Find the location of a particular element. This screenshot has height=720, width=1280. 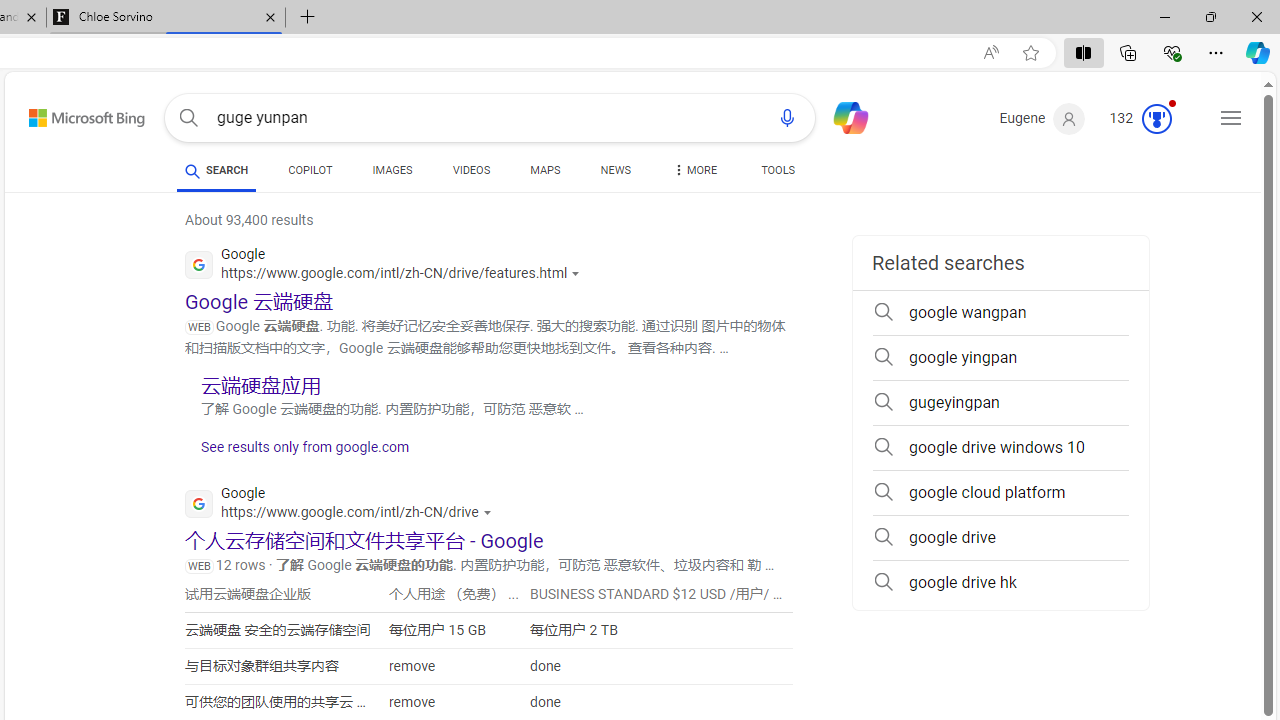

'Restore' is located at coordinates (1209, 16).